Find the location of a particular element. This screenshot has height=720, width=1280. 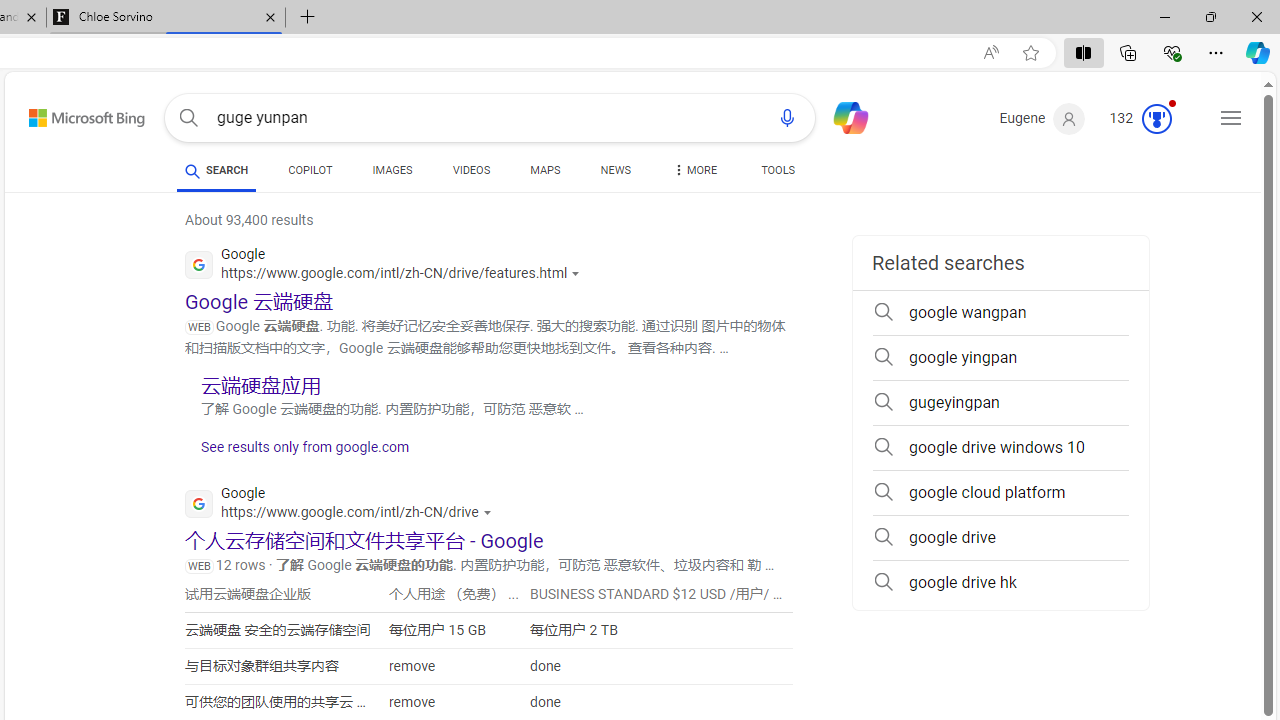

'Restore' is located at coordinates (1209, 16).